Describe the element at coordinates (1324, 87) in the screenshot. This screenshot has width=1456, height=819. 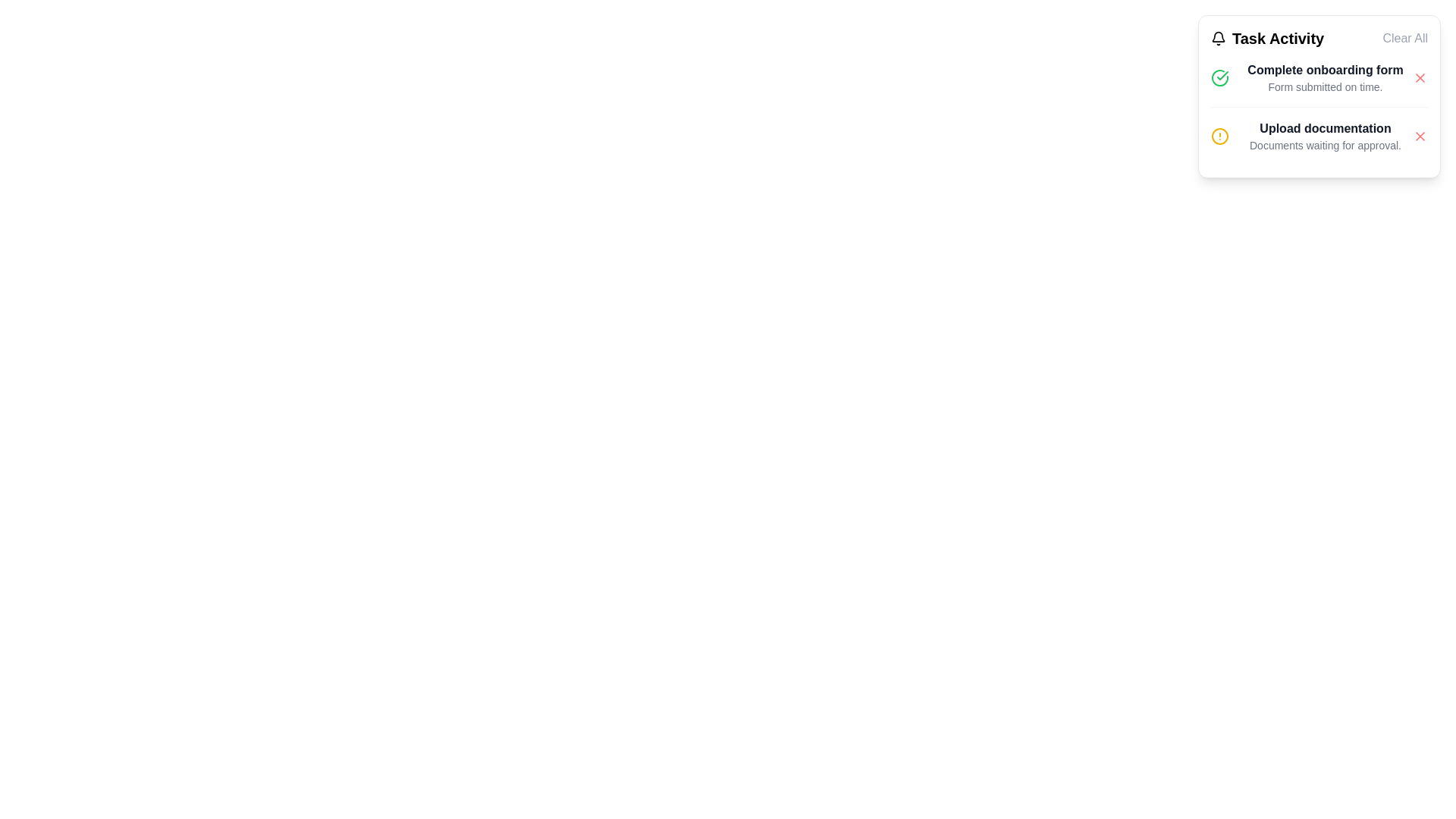
I see `the text snippet reading 'Form submitted on time.' displayed in light gray font, located below the heading 'Complete onboarding form' in the 'Task Activity' panel` at that location.